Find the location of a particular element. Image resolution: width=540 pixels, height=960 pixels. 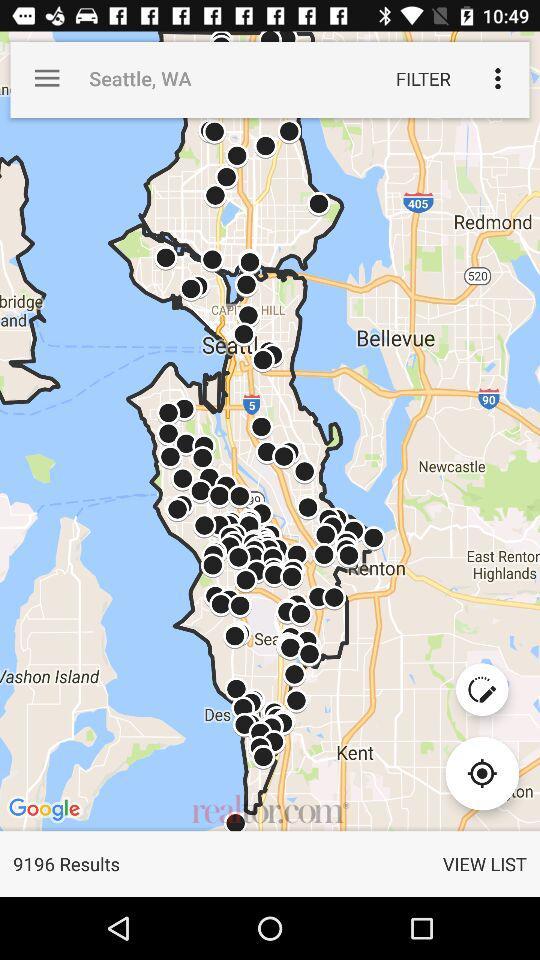

the edit icon is located at coordinates (481, 689).